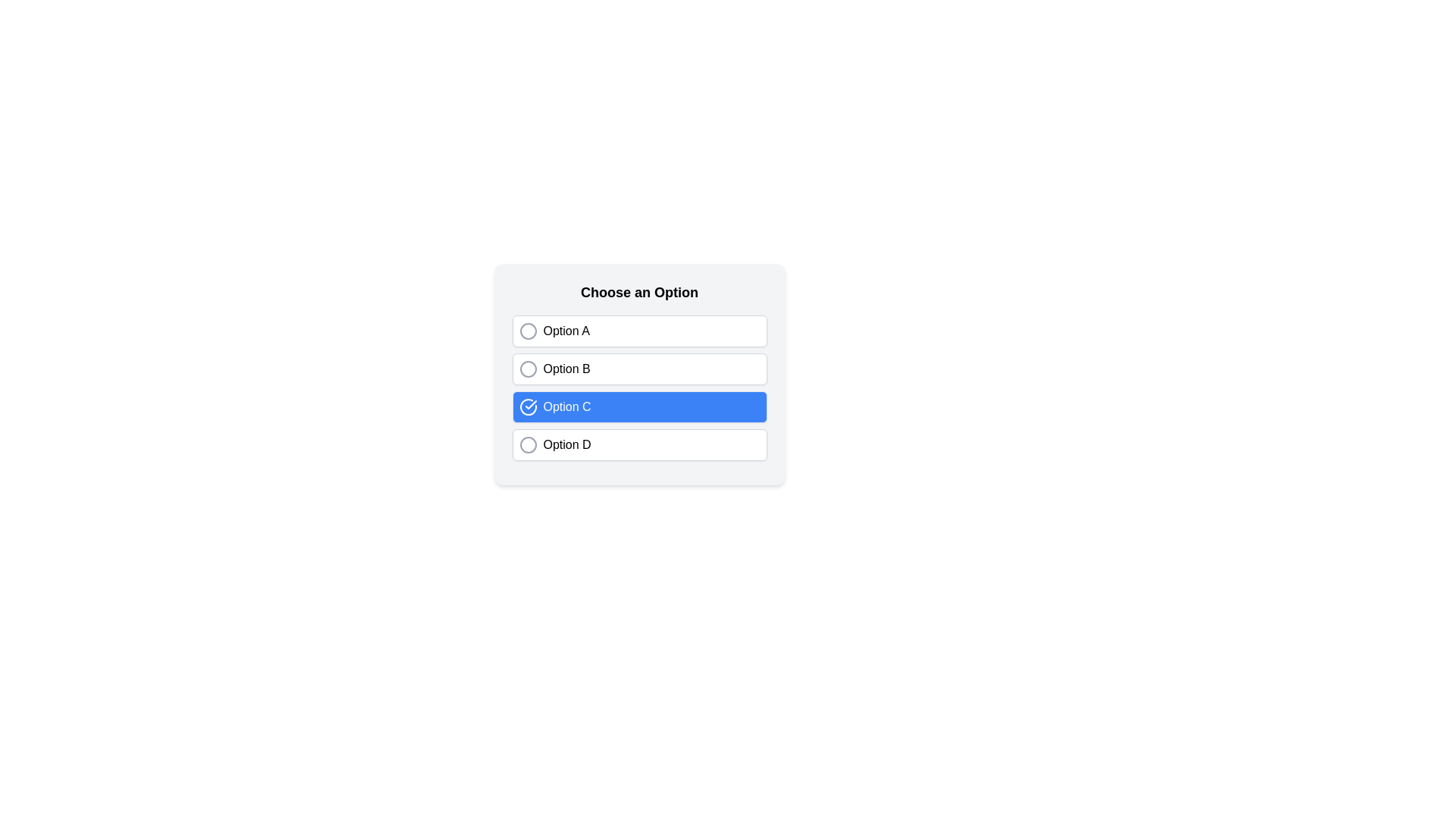 The width and height of the screenshot is (1456, 819). Describe the element at coordinates (528, 406) in the screenshot. I see `the circular icon with a checkmark located to the left of the text 'Option C'` at that location.